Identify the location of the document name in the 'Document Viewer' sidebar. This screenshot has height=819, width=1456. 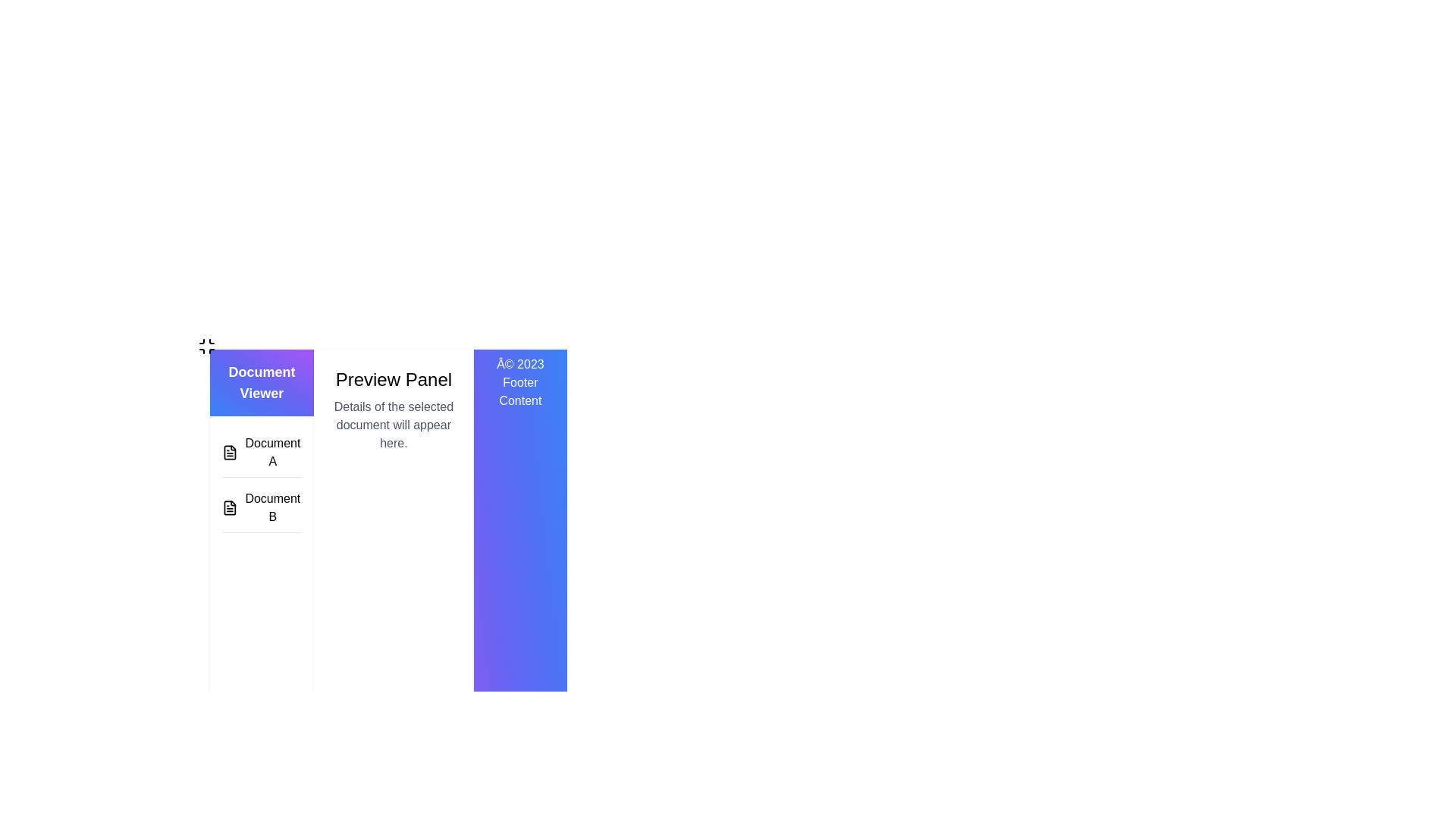
(262, 480).